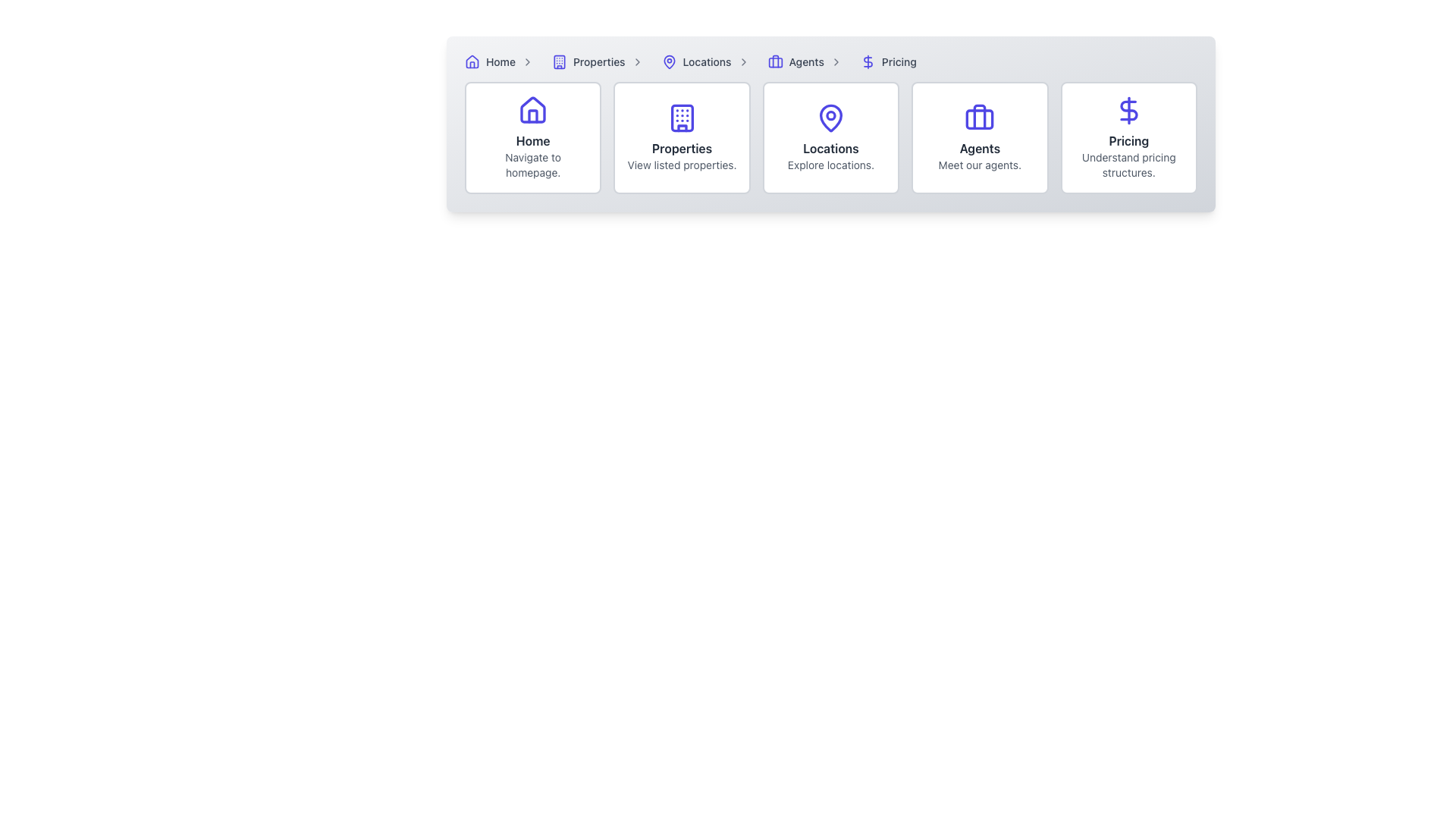  What do you see at coordinates (533, 109) in the screenshot?
I see `the house-shaped icon outlined in bold indigo strokes, which is located within the 'Home' navigation card at the top left section of the interface` at bounding box center [533, 109].